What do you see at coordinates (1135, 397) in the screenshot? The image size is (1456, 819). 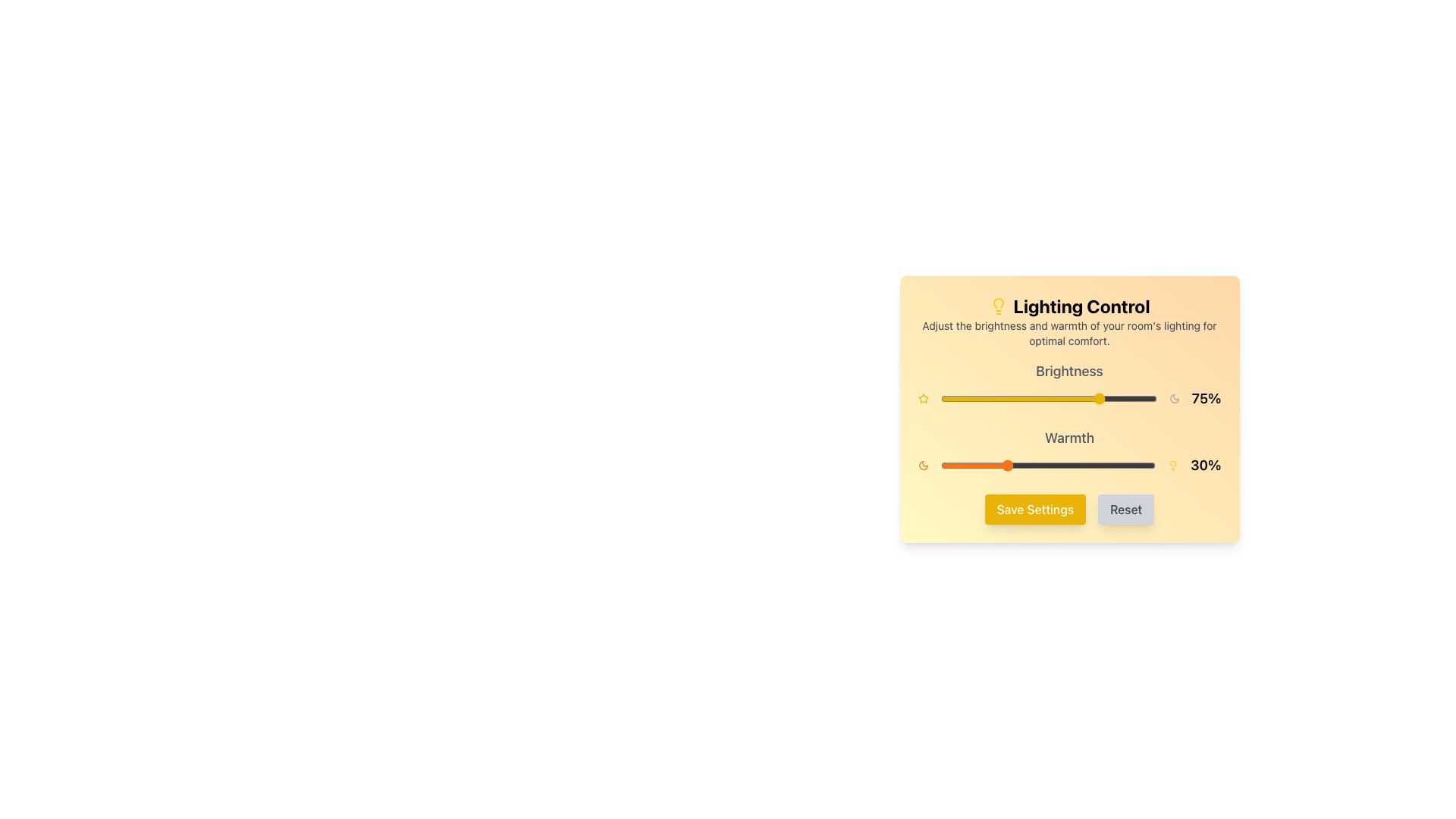 I see `the brightness` at bounding box center [1135, 397].